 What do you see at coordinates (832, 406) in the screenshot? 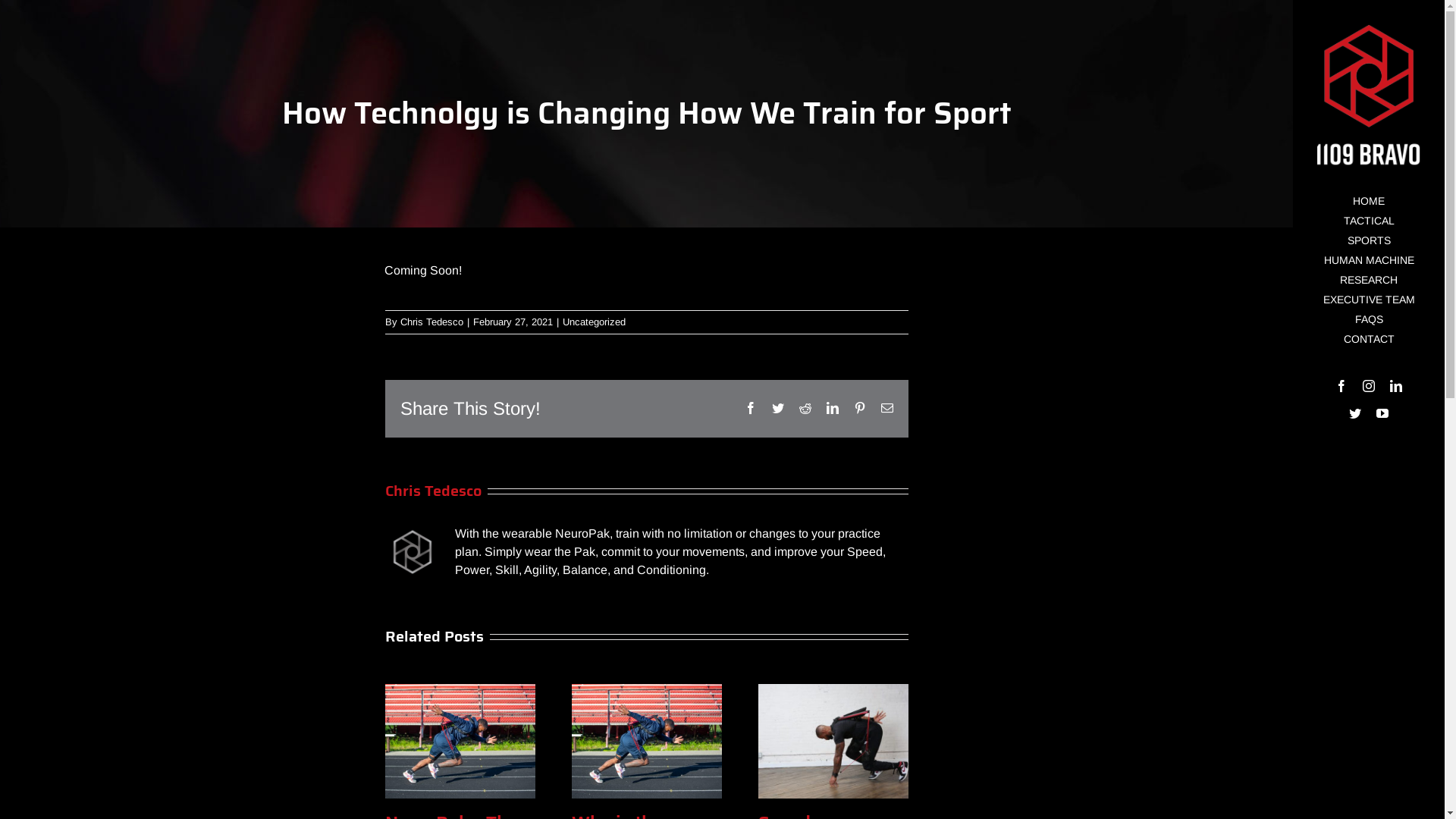
I see `'LinkedIn'` at bounding box center [832, 406].